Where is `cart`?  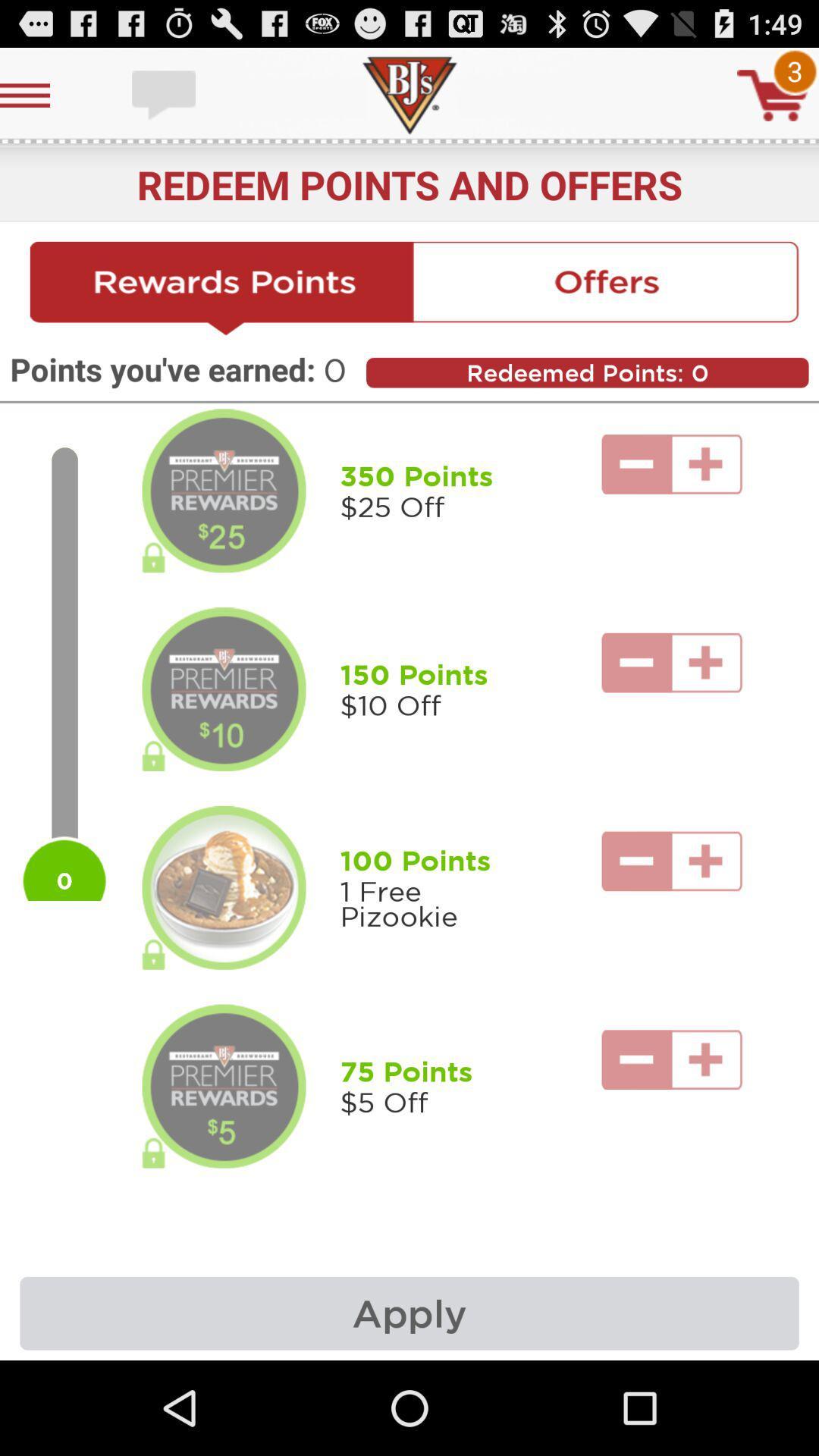 cart is located at coordinates (773, 94).